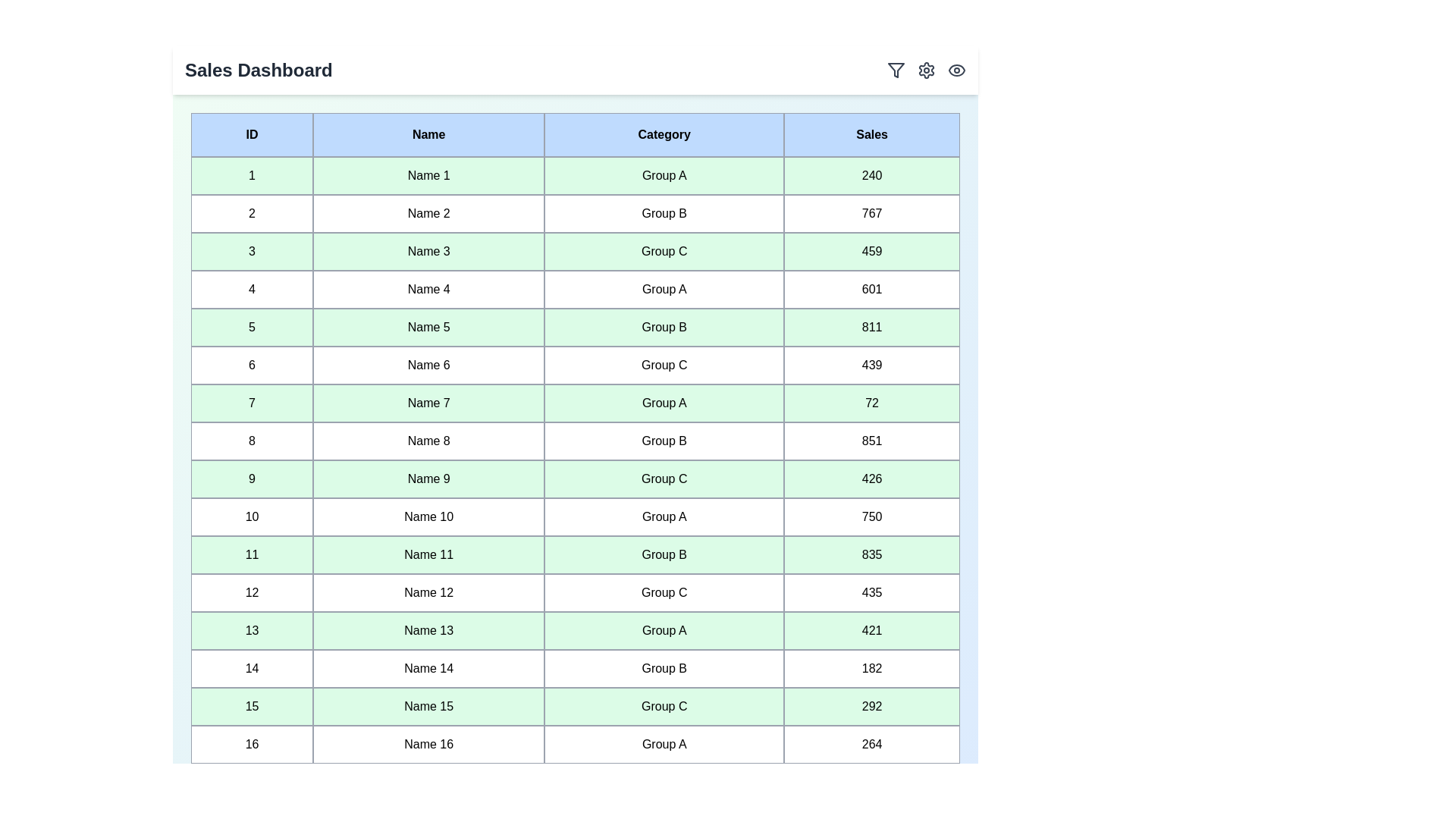 Image resolution: width=1456 pixels, height=819 pixels. What do you see at coordinates (872, 133) in the screenshot?
I see `the header of the column Sales to sort the table by that column` at bounding box center [872, 133].